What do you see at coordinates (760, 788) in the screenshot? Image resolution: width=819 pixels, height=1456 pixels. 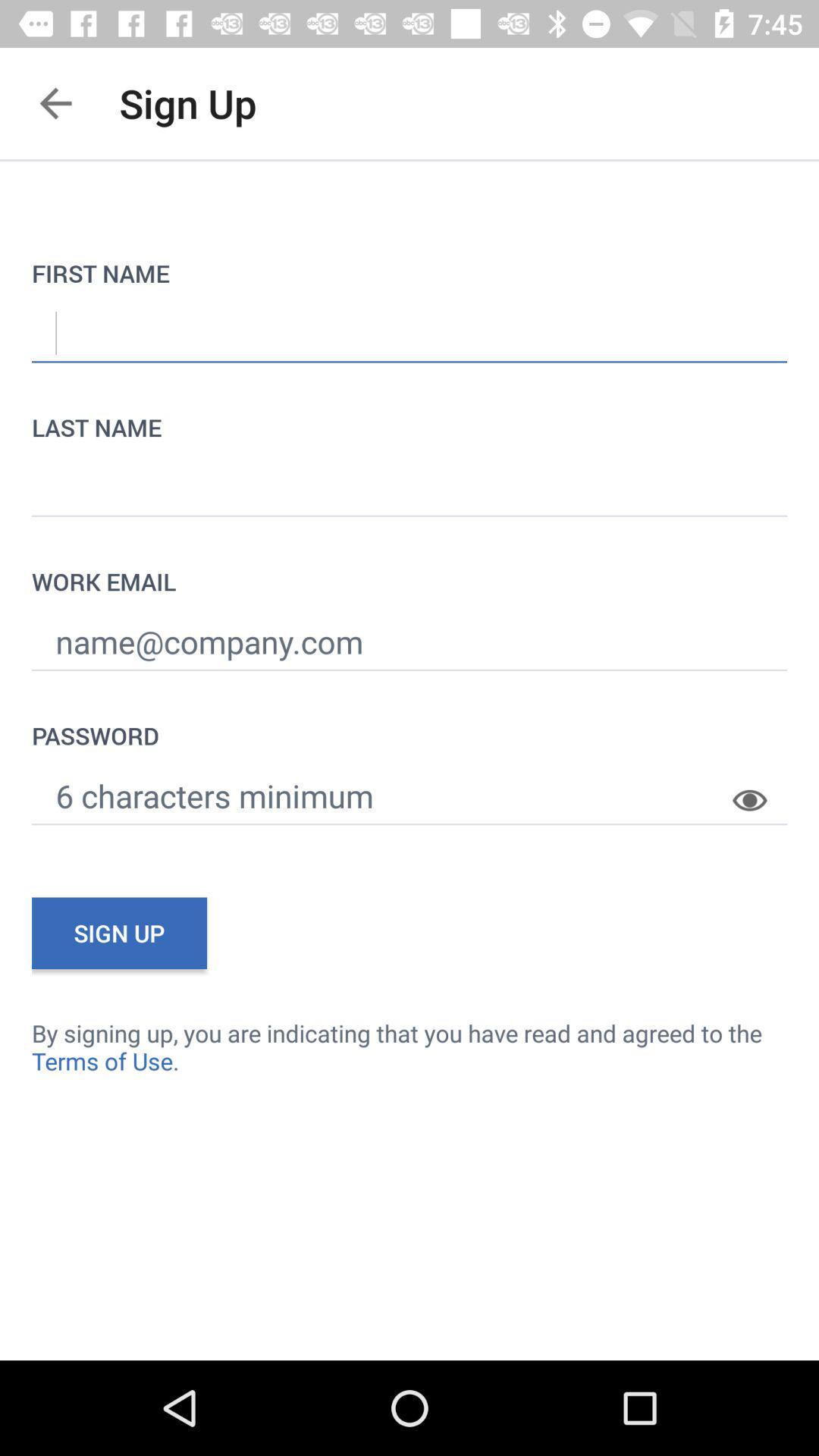 I see `the item on the right` at bounding box center [760, 788].